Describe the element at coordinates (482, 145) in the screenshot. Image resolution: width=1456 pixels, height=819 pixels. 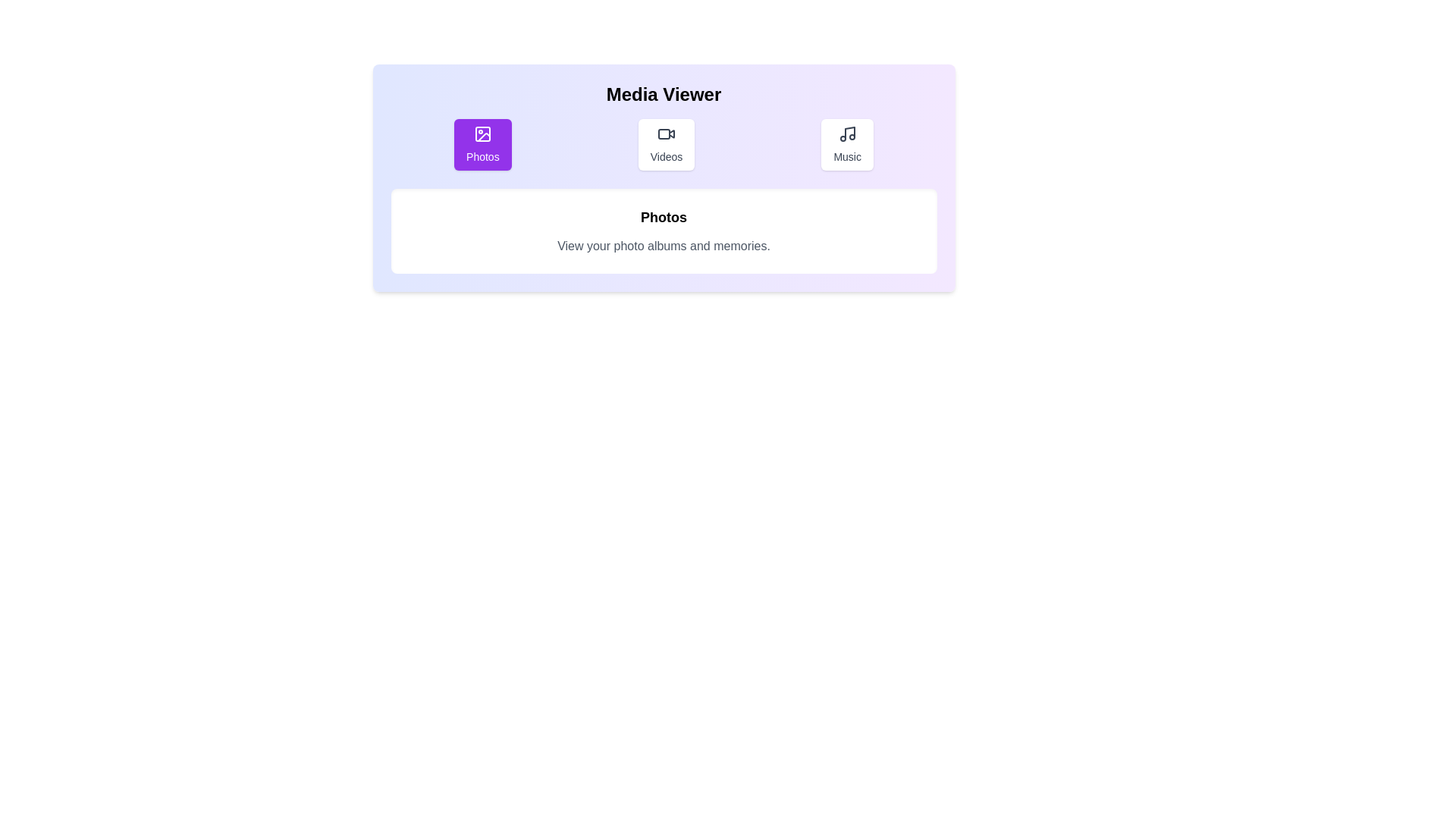
I see `the Photos tab by clicking on its button` at that location.